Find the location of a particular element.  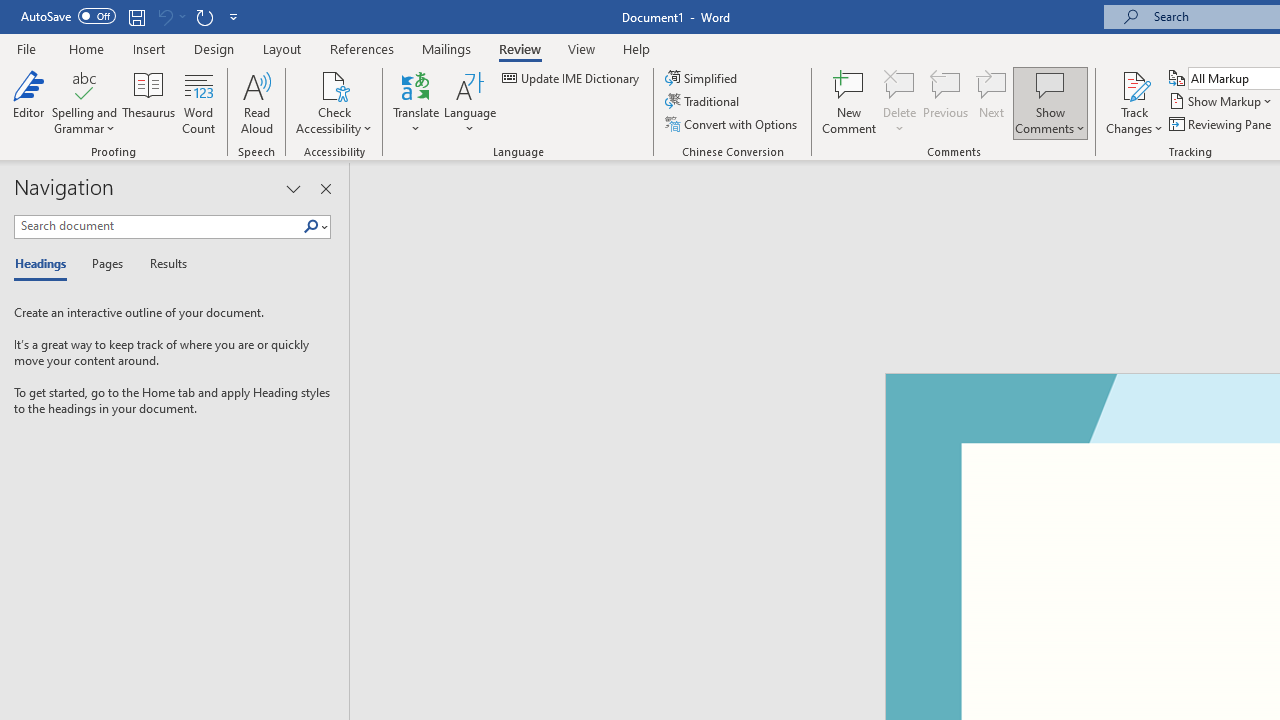

'Update IME Dictionary...' is located at coordinates (571, 77).